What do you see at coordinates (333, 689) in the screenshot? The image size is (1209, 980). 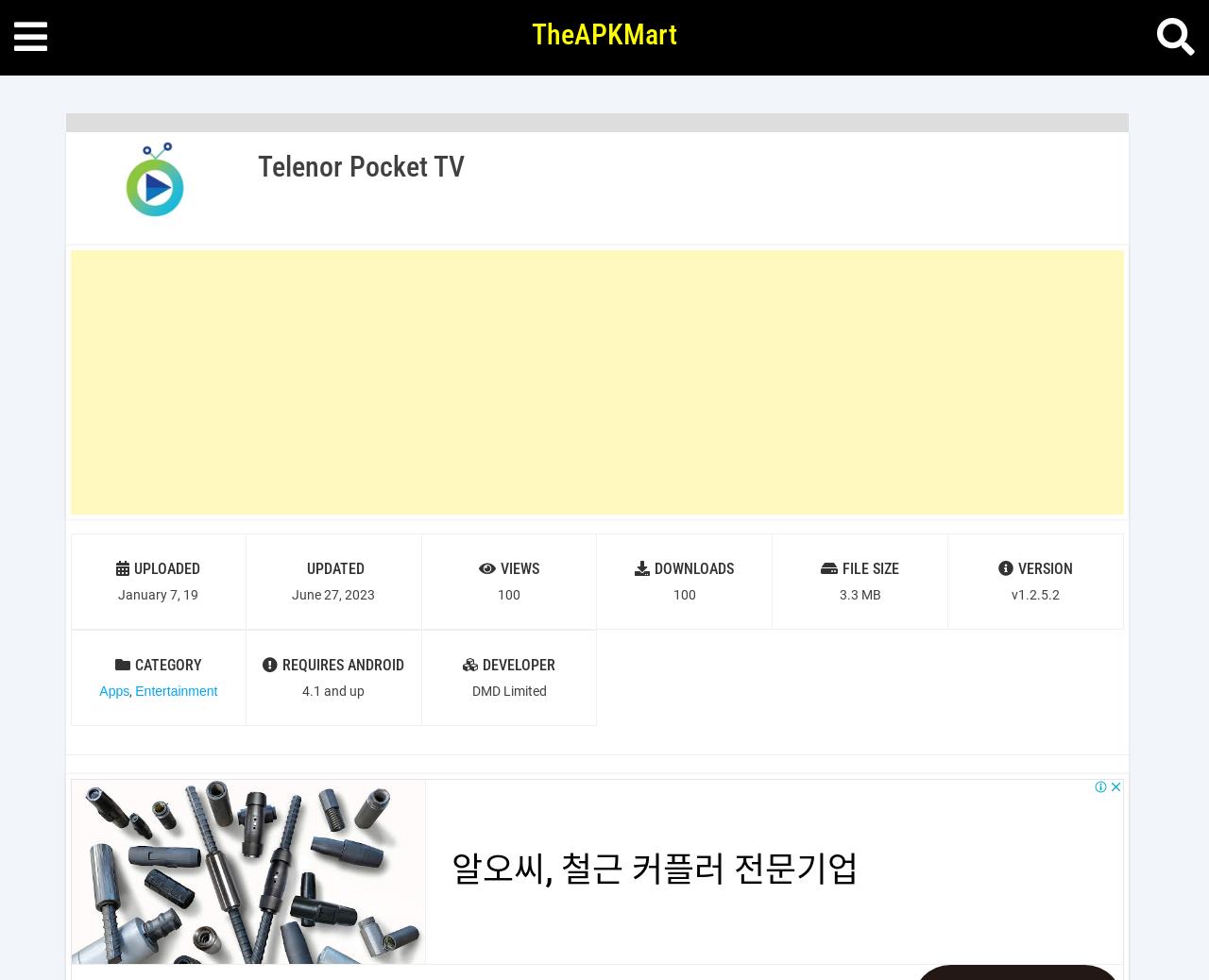 I see `'4.1 and up'` at bounding box center [333, 689].